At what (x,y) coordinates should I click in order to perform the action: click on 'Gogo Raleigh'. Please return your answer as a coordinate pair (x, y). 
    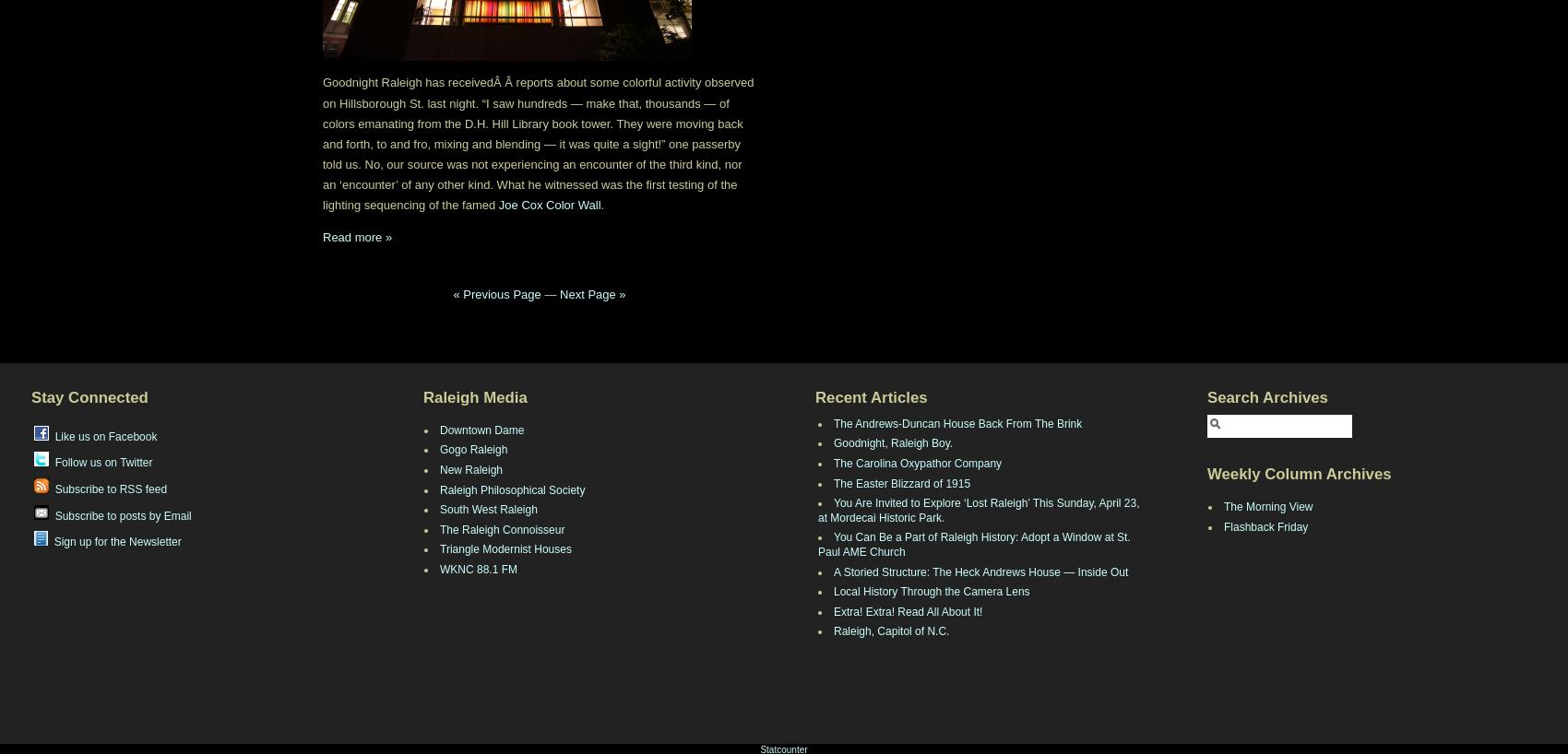
    Looking at the image, I should click on (473, 450).